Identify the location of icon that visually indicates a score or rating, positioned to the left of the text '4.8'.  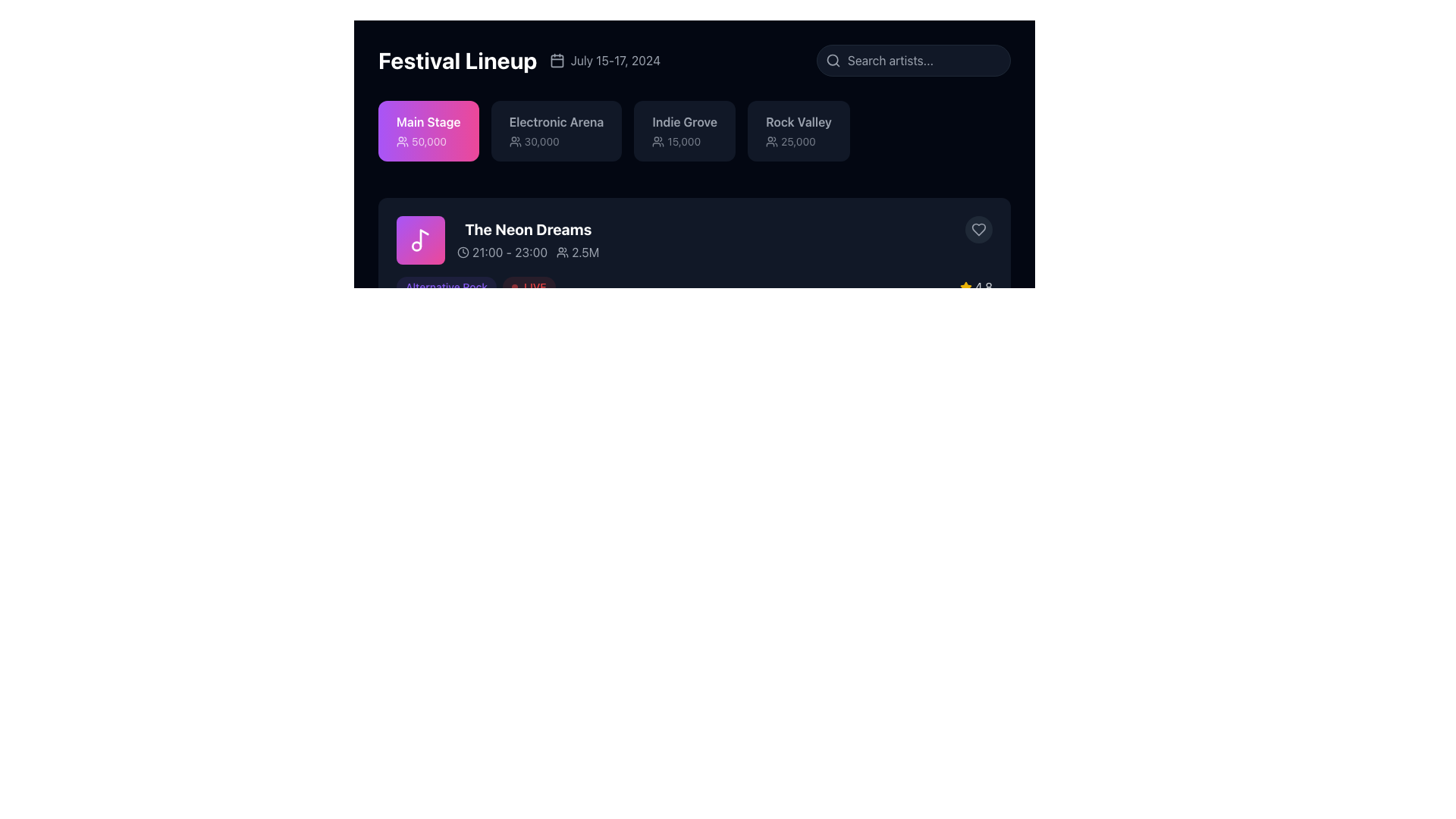
(965, 287).